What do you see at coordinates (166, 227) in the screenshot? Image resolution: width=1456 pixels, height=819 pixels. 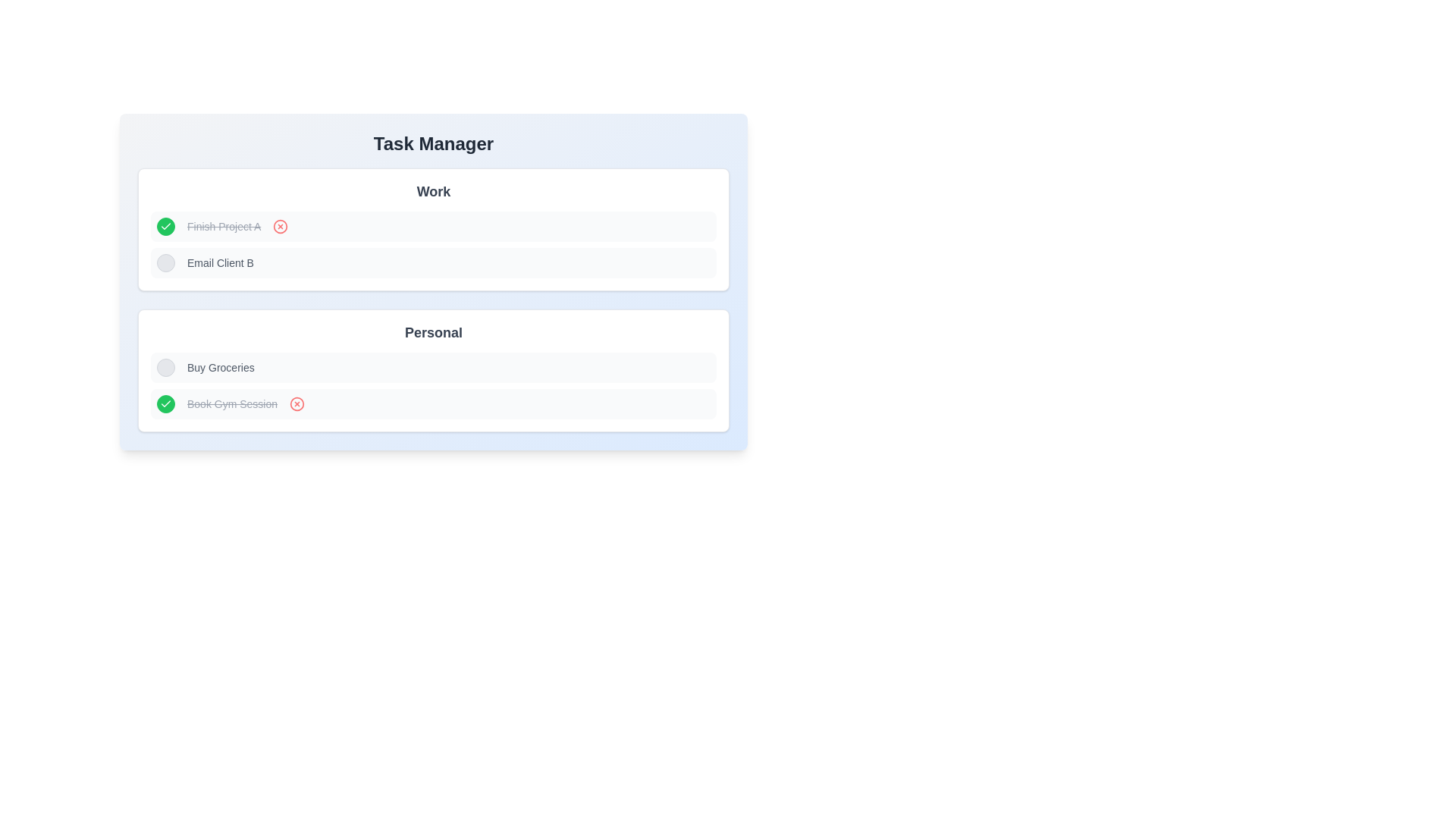 I see `the small circular green indicator with a white check mark, located to the left of the text 'Finish Project A' in the task manager interface` at bounding box center [166, 227].